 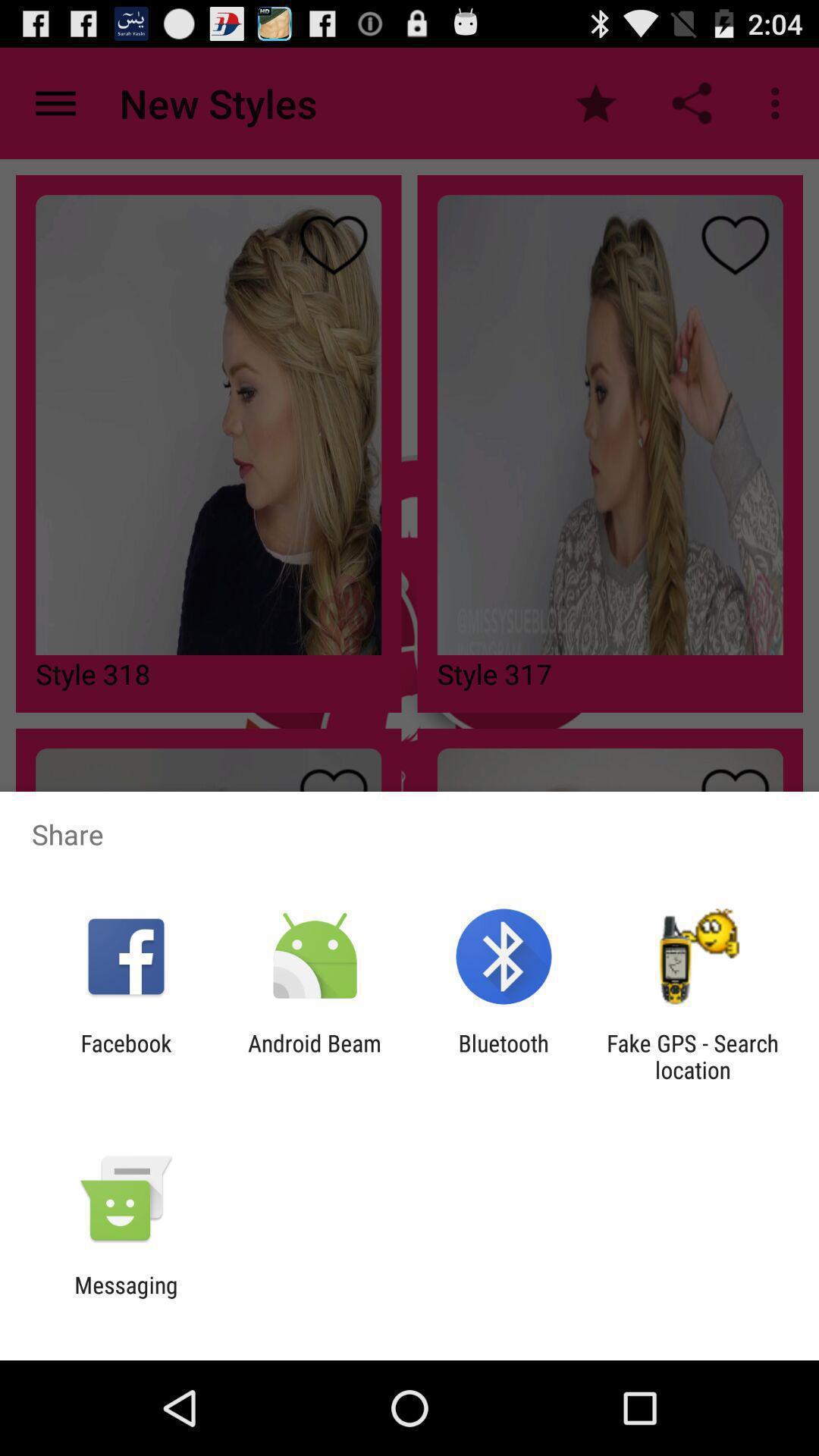 What do you see at coordinates (125, 1298) in the screenshot?
I see `messaging icon` at bounding box center [125, 1298].